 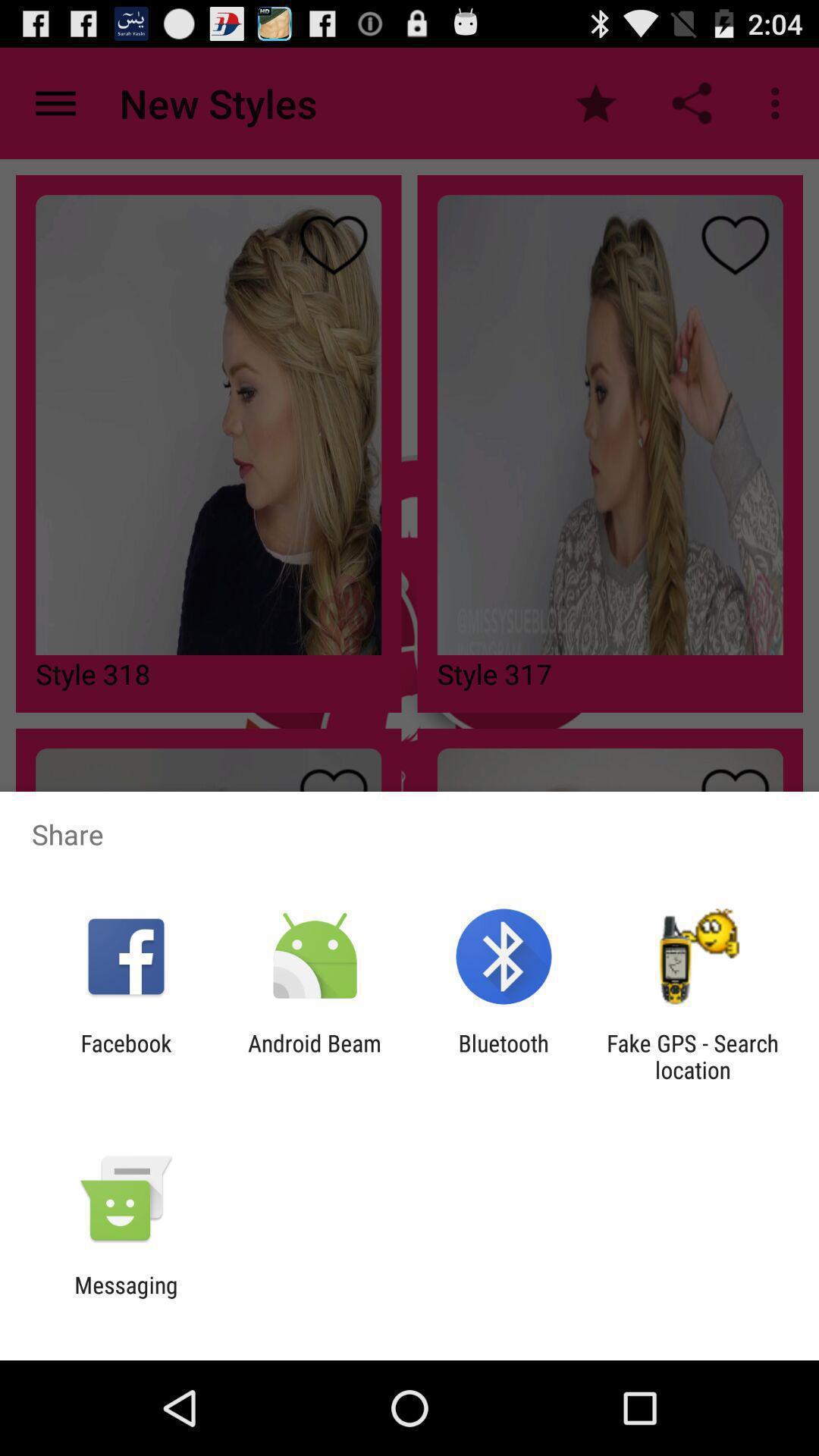 What do you see at coordinates (125, 1298) in the screenshot?
I see `messaging icon` at bounding box center [125, 1298].